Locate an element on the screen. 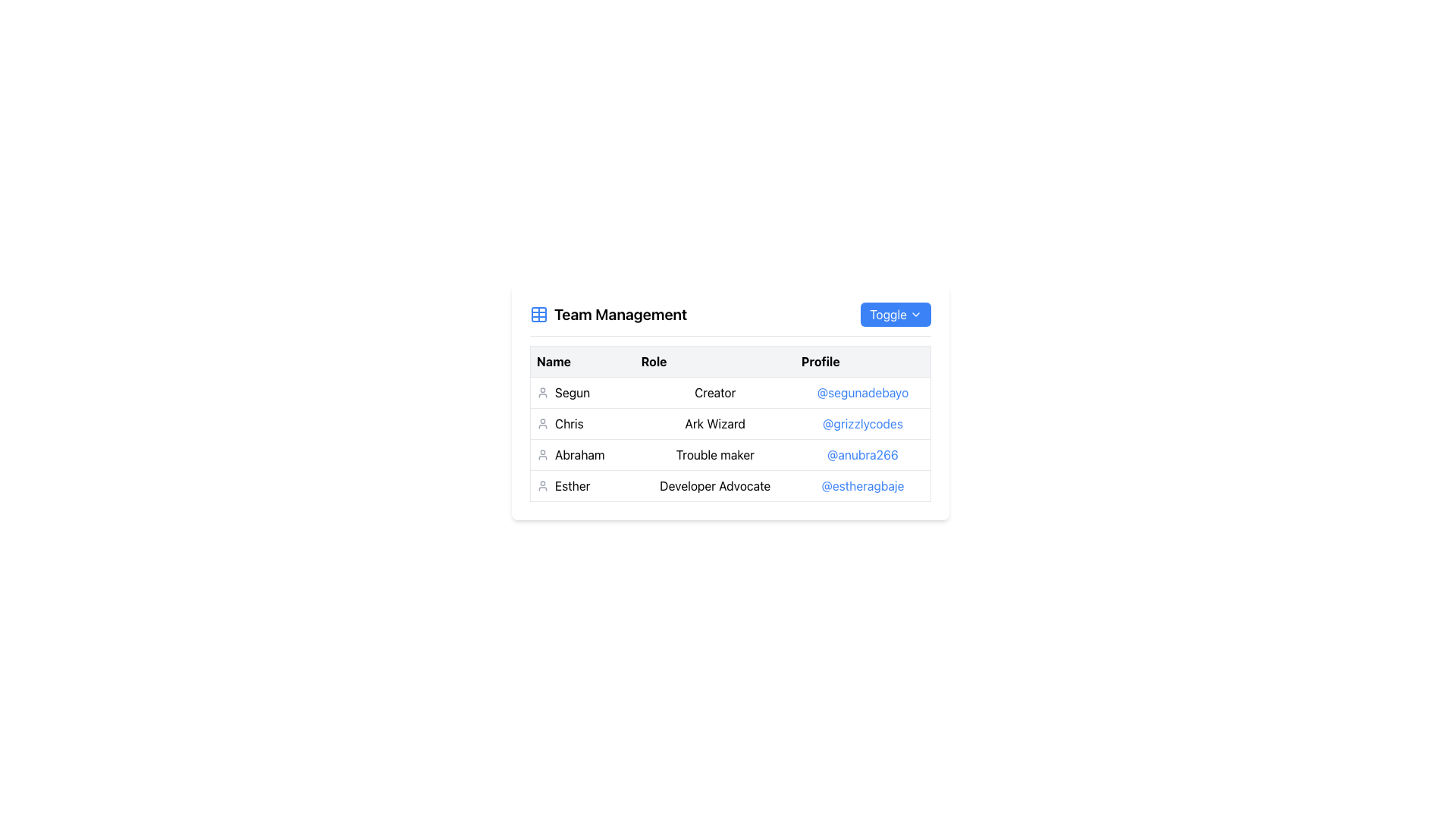 This screenshot has height=819, width=1456. the hyperlink in the fourth row of the 'Profile' column, located to the right of the 'Developer Advocate' text is located at coordinates (863, 485).